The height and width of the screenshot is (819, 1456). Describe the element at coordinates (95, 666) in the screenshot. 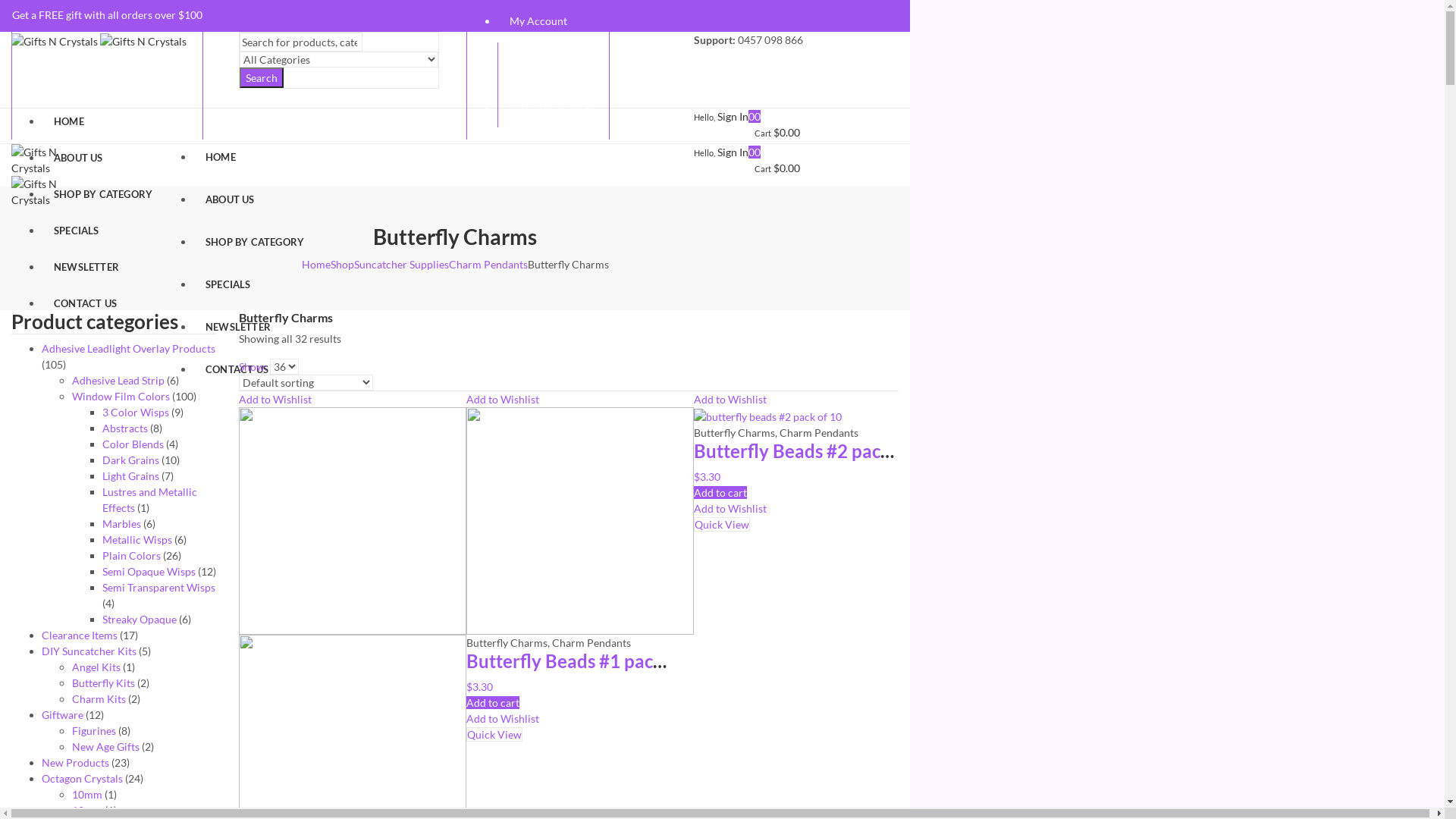

I see `'Angel Kits'` at that location.